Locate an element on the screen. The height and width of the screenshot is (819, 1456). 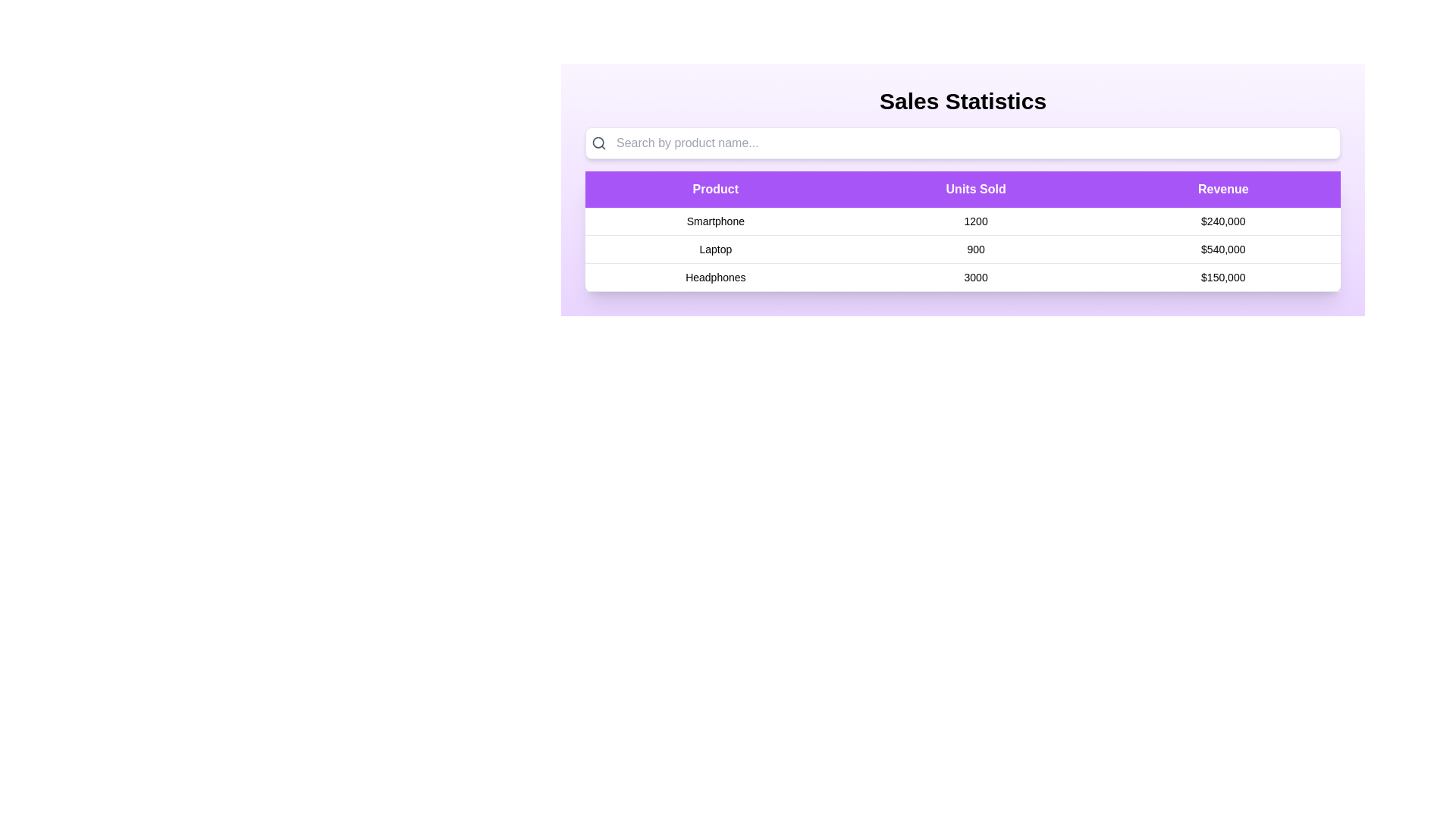
the header Product to examine its content is located at coordinates (714, 189).